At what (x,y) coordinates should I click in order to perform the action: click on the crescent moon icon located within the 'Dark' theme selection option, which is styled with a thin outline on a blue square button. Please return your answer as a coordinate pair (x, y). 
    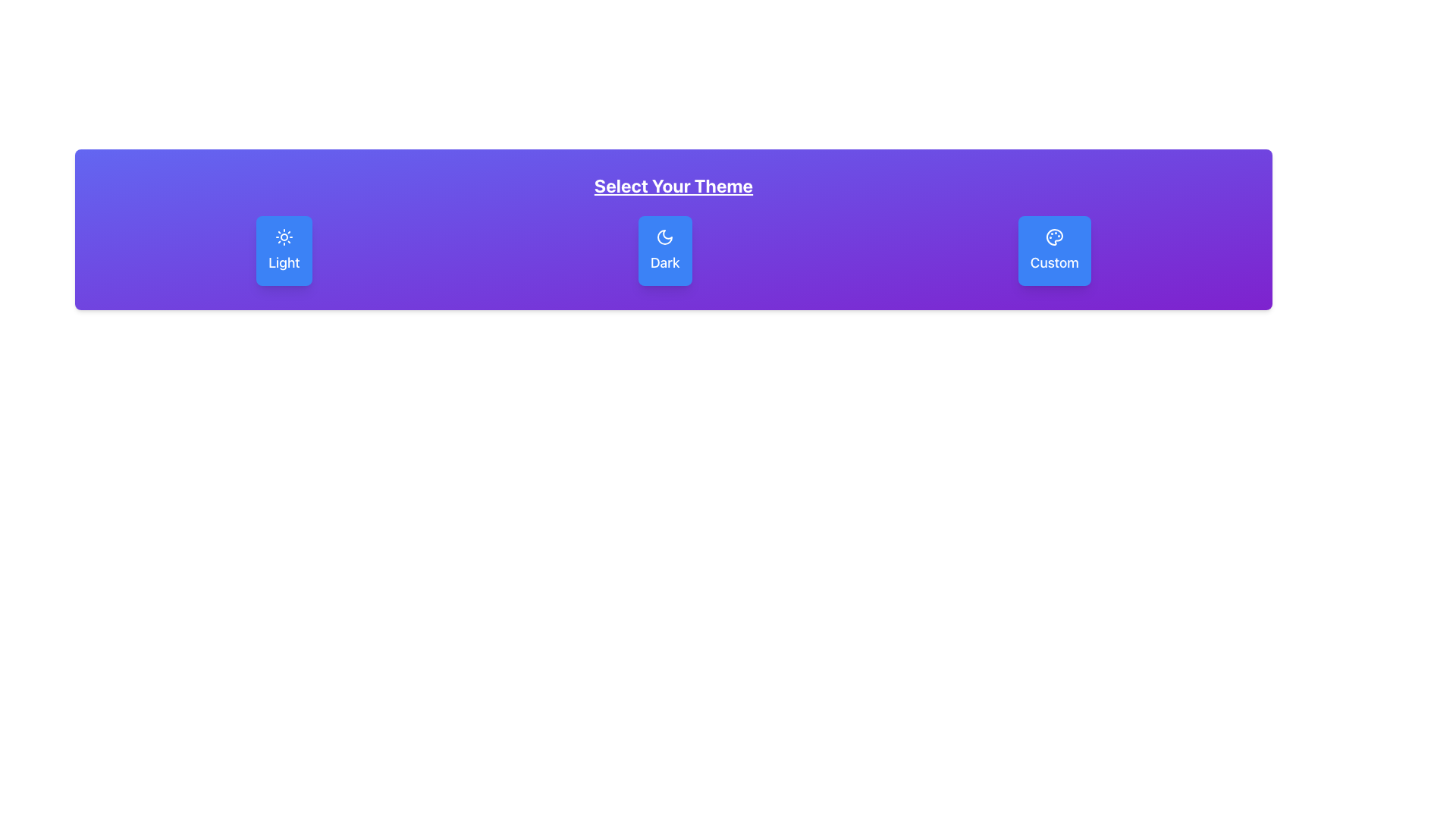
    Looking at the image, I should click on (665, 237).